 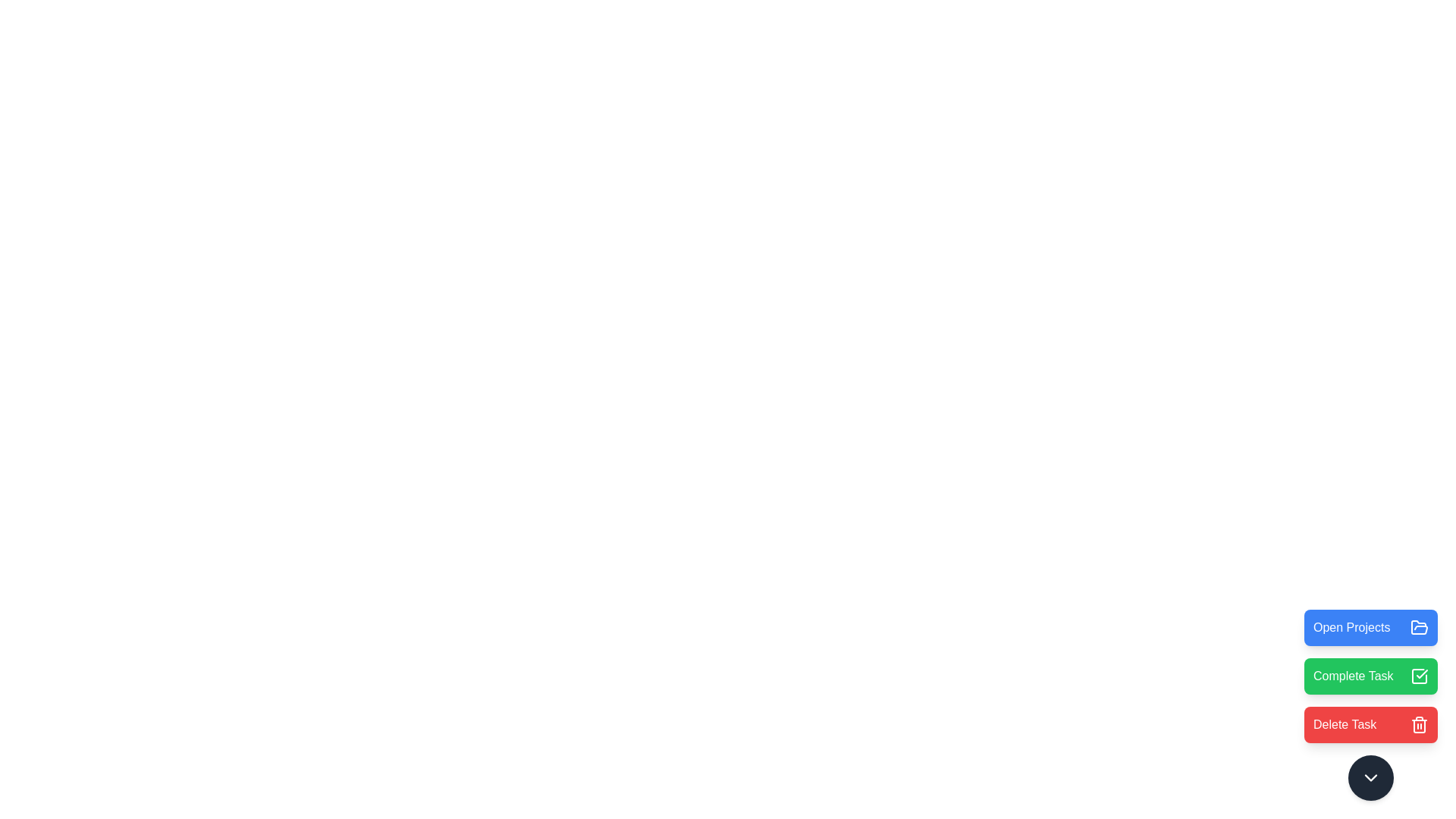 I want to click on the 'Complete Task' button, so click(x=1371, y=675).